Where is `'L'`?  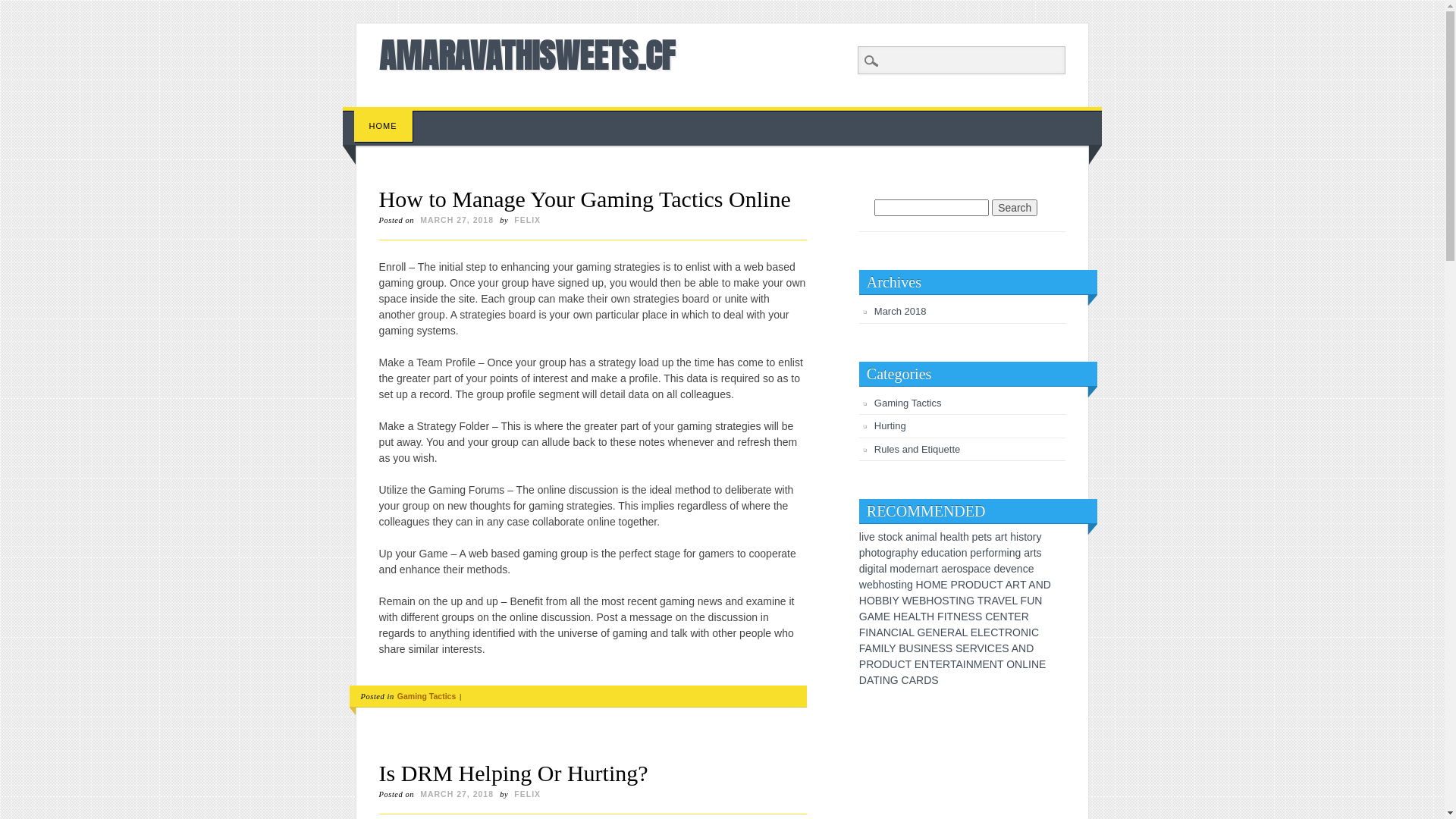
'L' is located at coordinates (917, 617).